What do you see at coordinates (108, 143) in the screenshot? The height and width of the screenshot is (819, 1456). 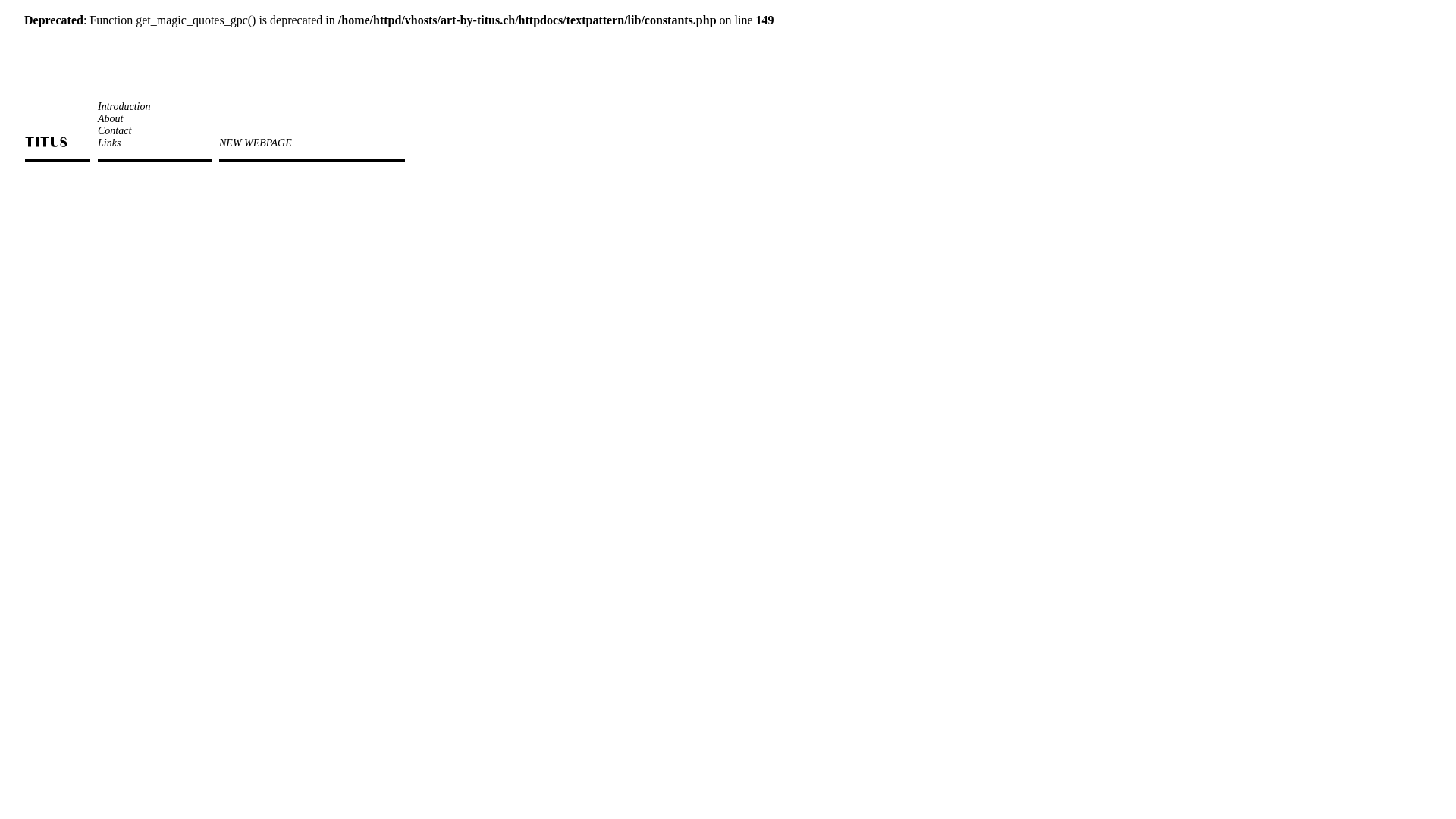 I see `'Links'` at bounding box center [108, 143].